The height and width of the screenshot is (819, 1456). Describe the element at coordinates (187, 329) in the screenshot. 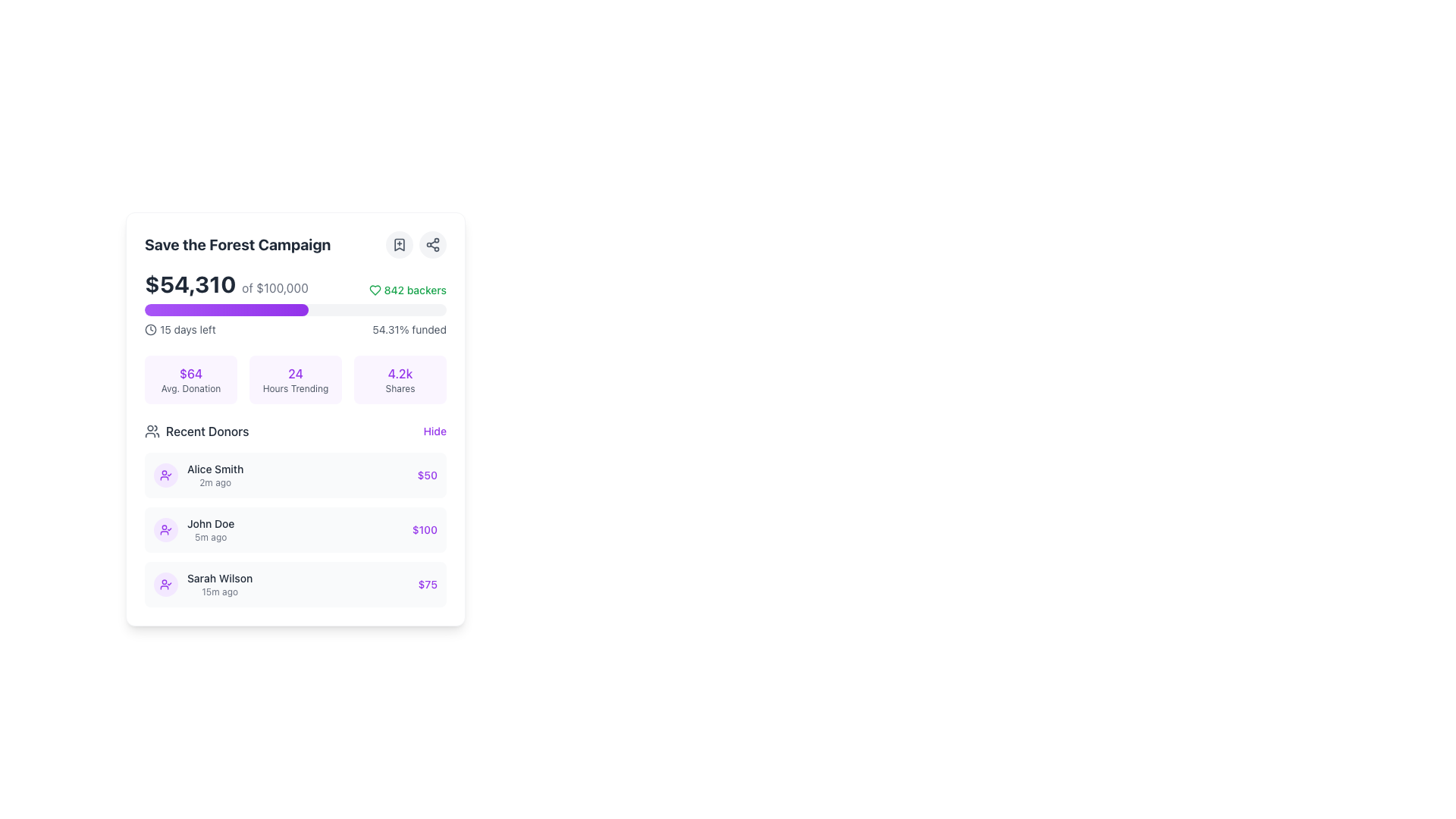

I see `text label that indicates the remaining time for an event or task, positioned slightly below the progress bar and to the left of the numeric percentage, in a visually grouped layout with a clock icon` at that location.